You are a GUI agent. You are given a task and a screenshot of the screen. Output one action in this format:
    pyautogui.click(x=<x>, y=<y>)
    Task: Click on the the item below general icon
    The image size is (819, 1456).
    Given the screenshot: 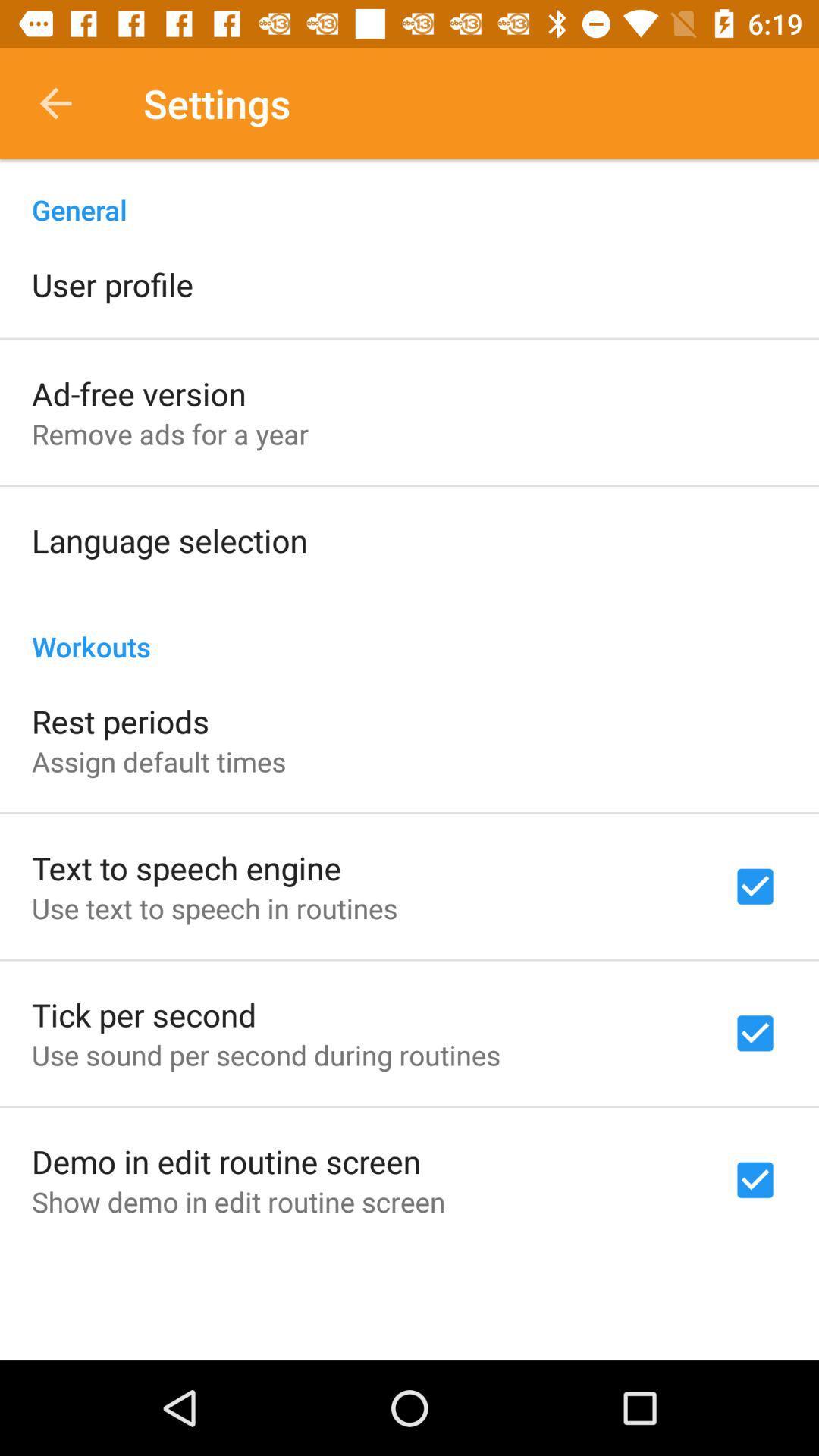 What is the action you would take?
    pyautogui.click(x=111, y=284)
    